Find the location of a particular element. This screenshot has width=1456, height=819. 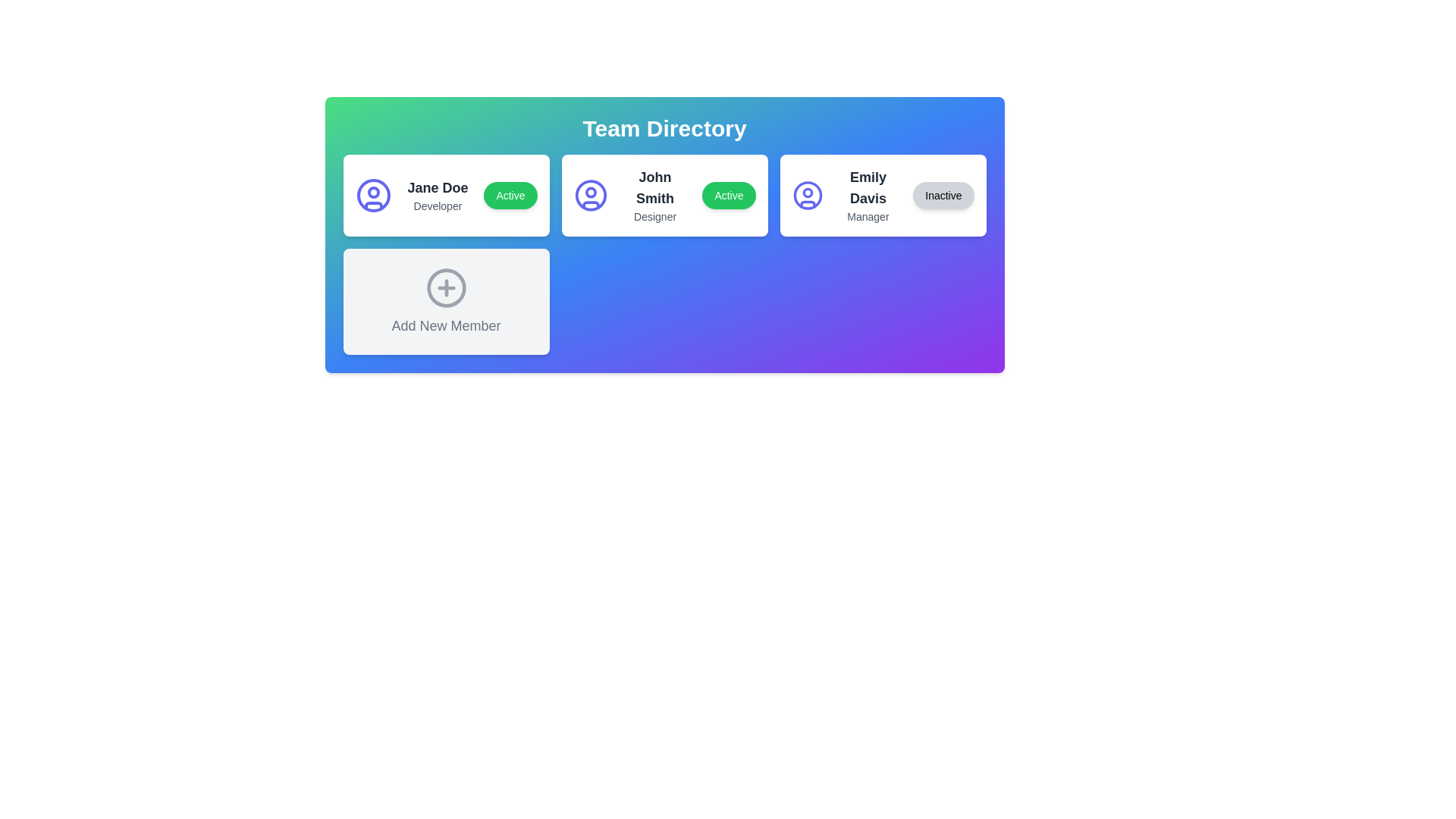

the button located at the top-right corner of Emily Davis's user information card, which currently indicates 'Inactive', to change the user's status is located at coordinates (943, 195).